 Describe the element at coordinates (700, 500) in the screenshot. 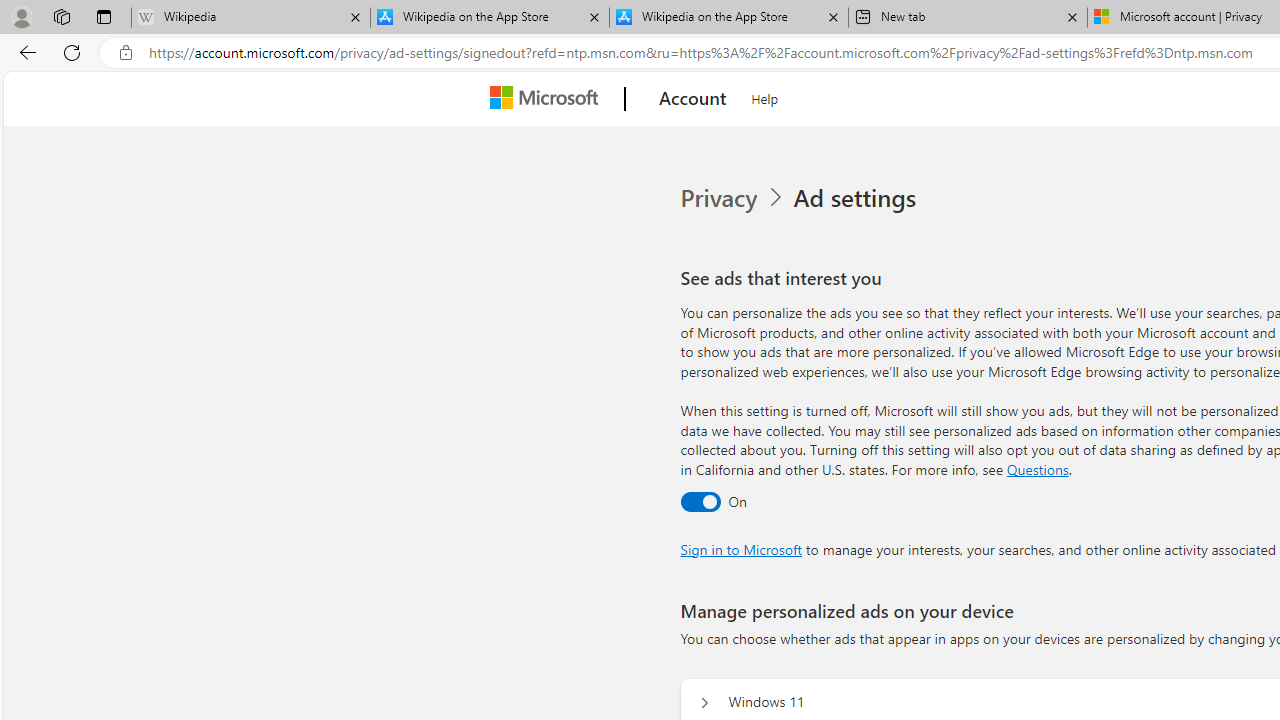

I see `'Ad settings toggle'` at that location.